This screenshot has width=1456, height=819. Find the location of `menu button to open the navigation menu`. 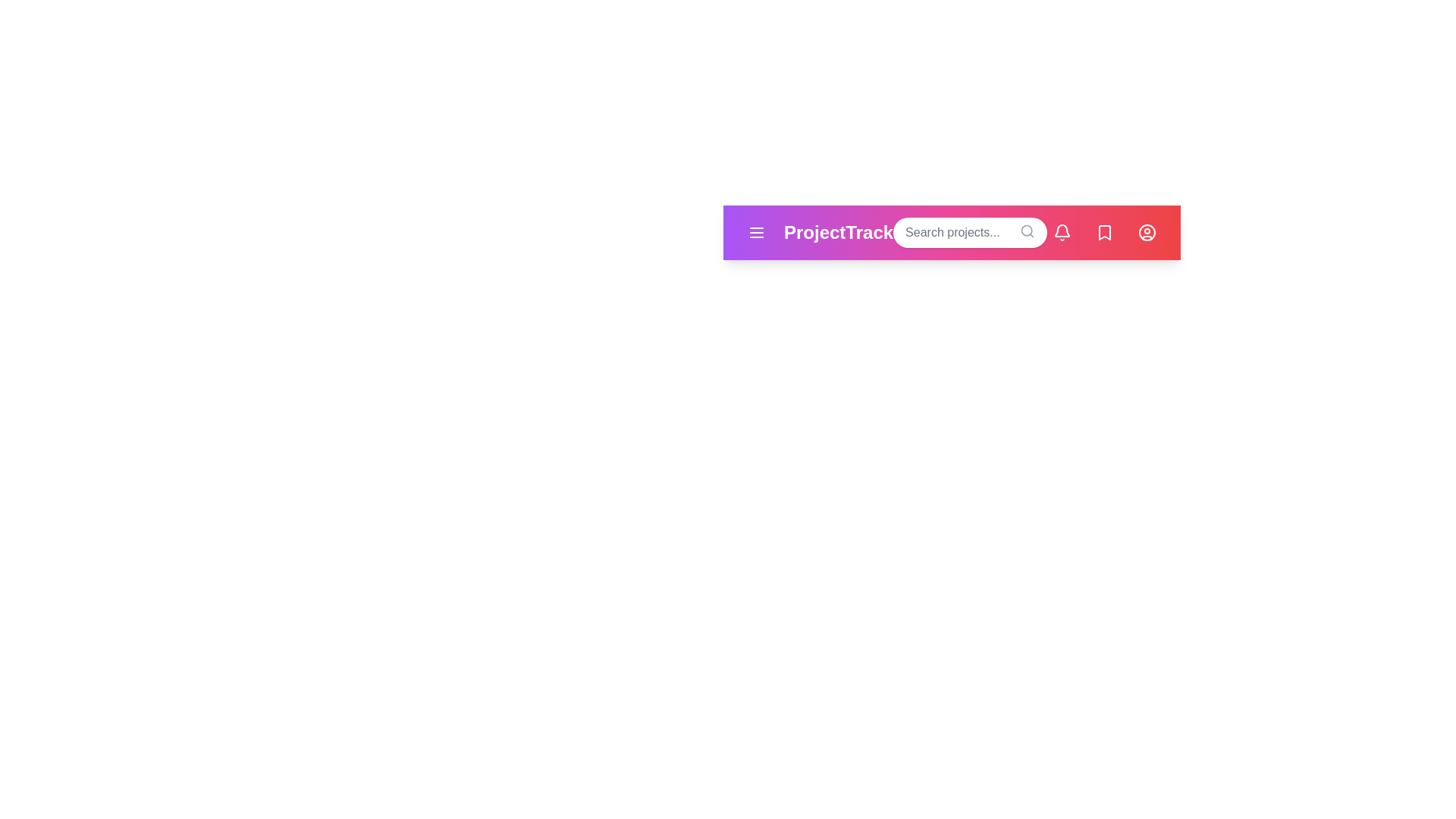

menu button to open the navigation menu is located at coordinates (757, 233).